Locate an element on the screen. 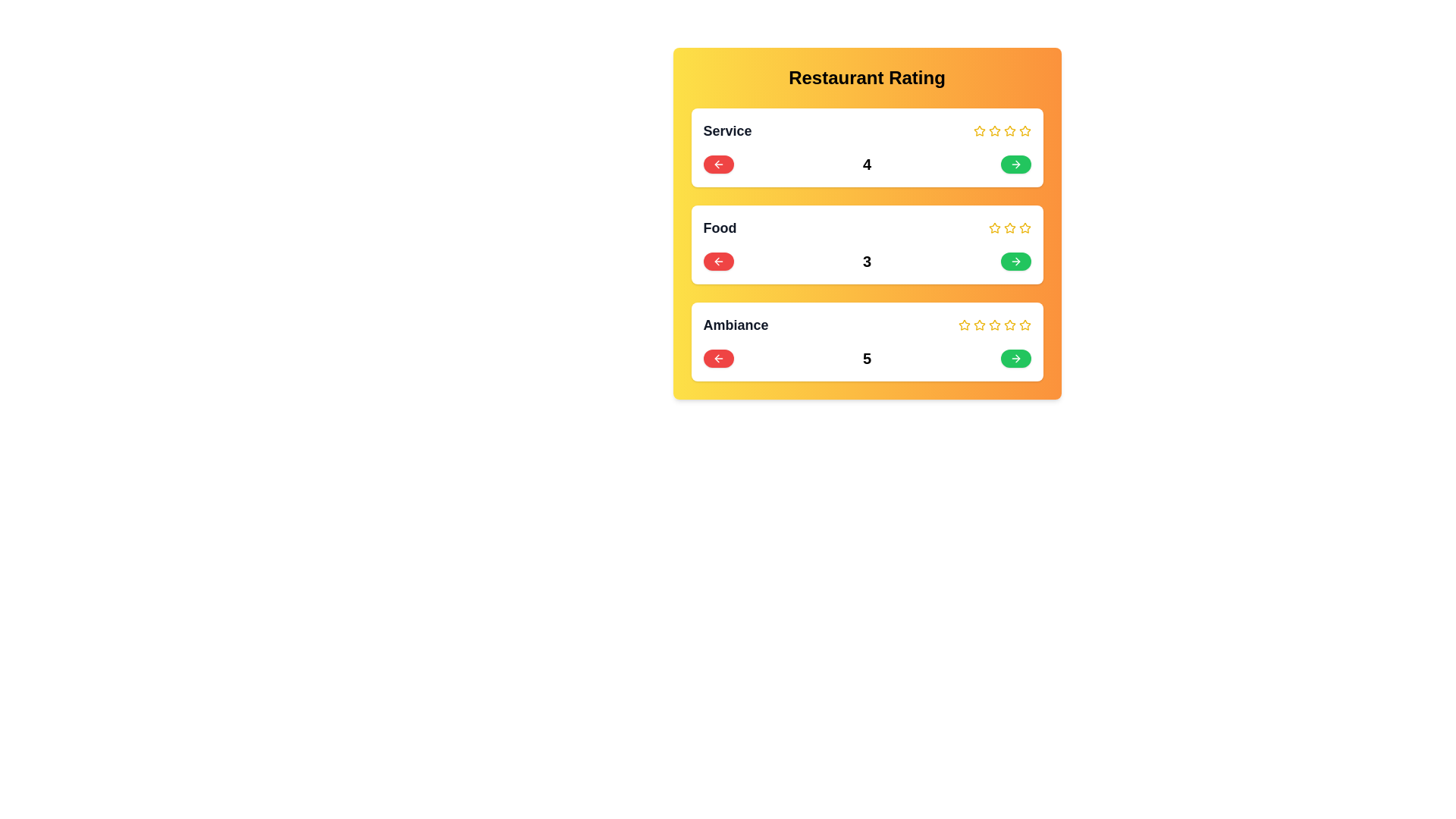  the leftmost rating star icon, which is a golden-yellow outlined star in the service rating row, to indicate a rating is located at coordinates (979, 130).